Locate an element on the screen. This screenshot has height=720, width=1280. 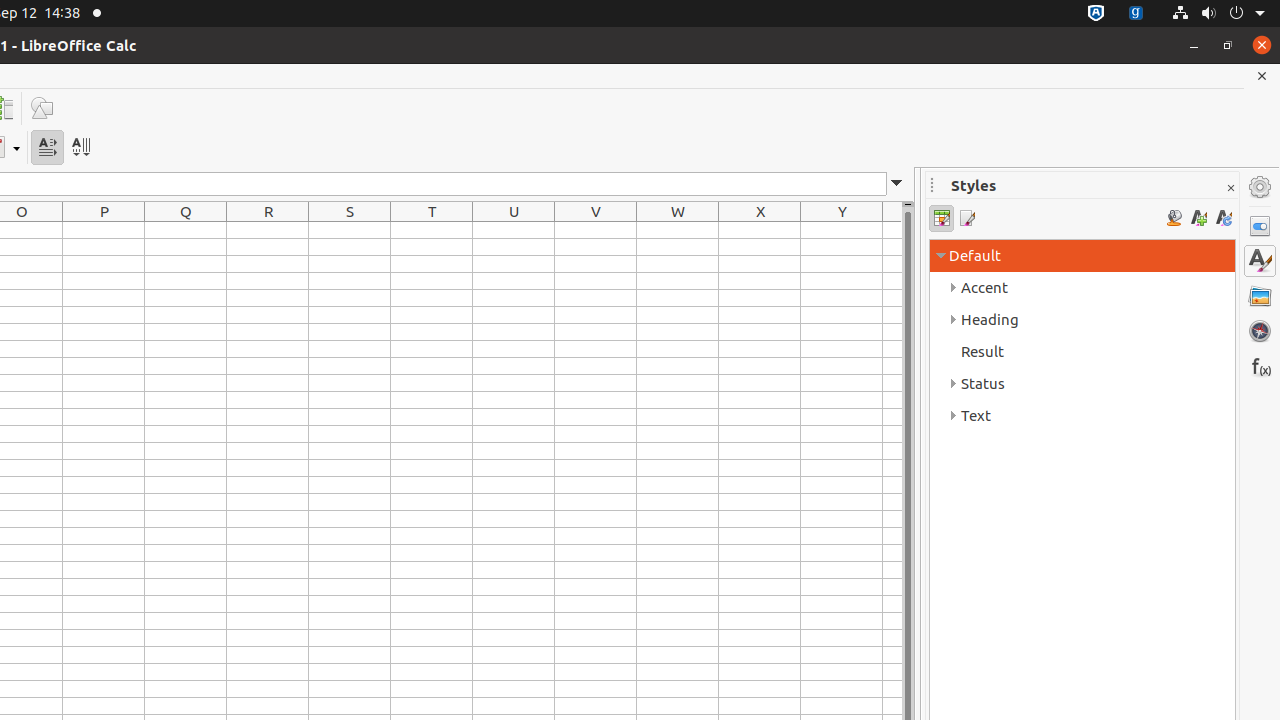
'Properties' is located at coordinates (1259, 225).